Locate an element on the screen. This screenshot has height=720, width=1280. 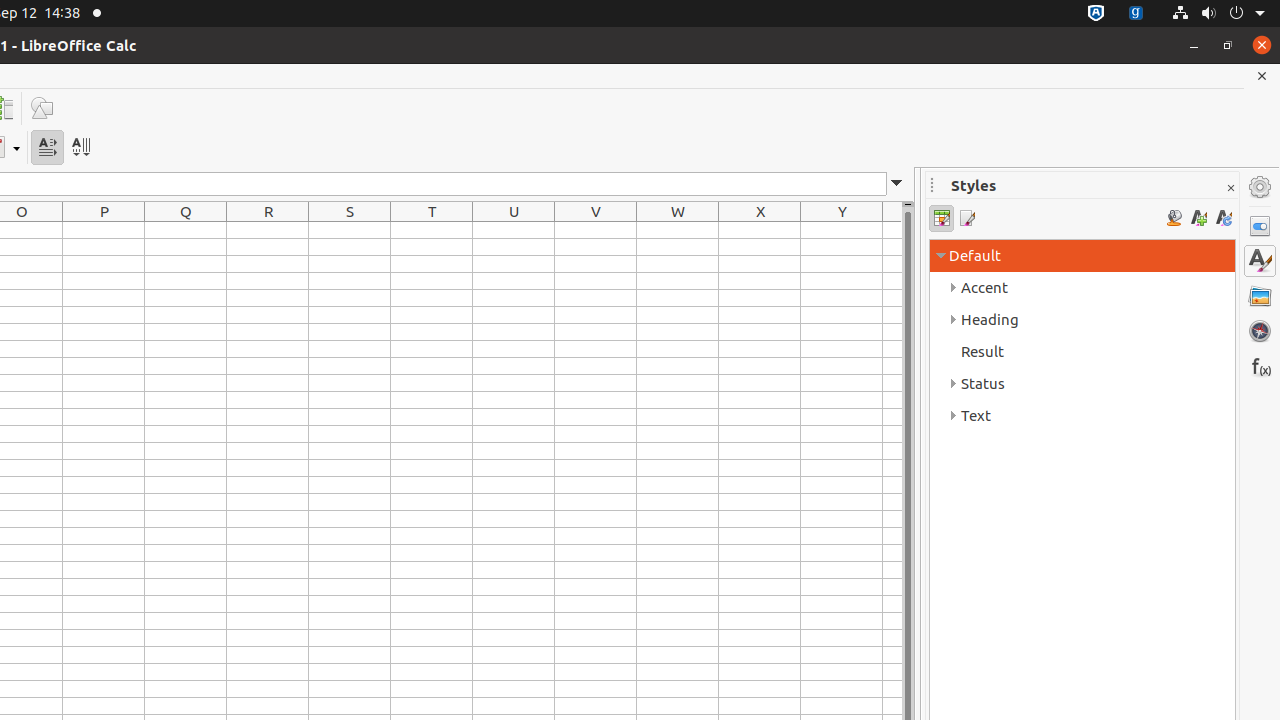
'Properties' is located at coordinates (1259, 225).